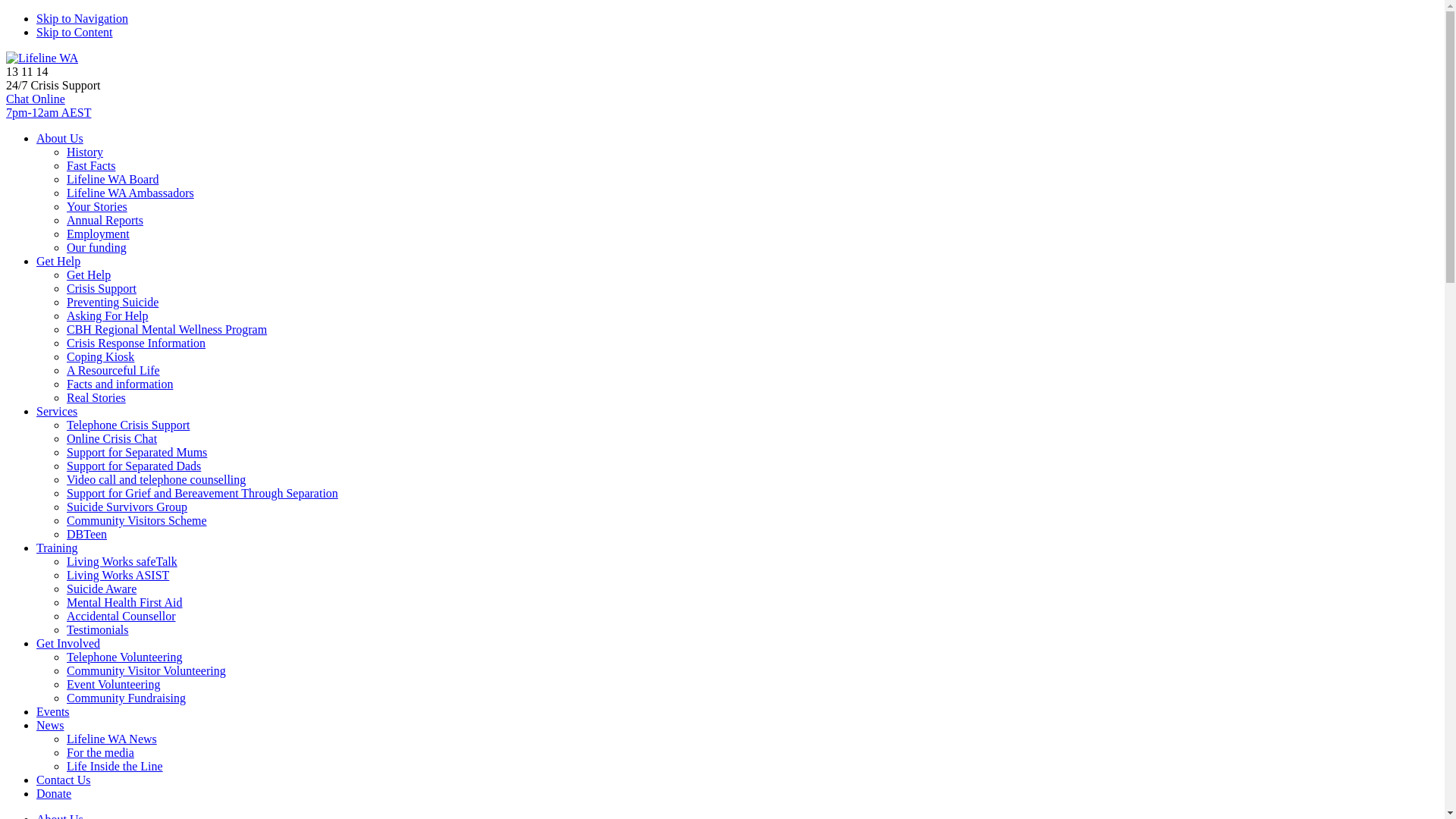  Describe the element at coordinates (202, 493) in the screenshot. I see `'Support for Grief and Bereavement Through Separation'` at that location.